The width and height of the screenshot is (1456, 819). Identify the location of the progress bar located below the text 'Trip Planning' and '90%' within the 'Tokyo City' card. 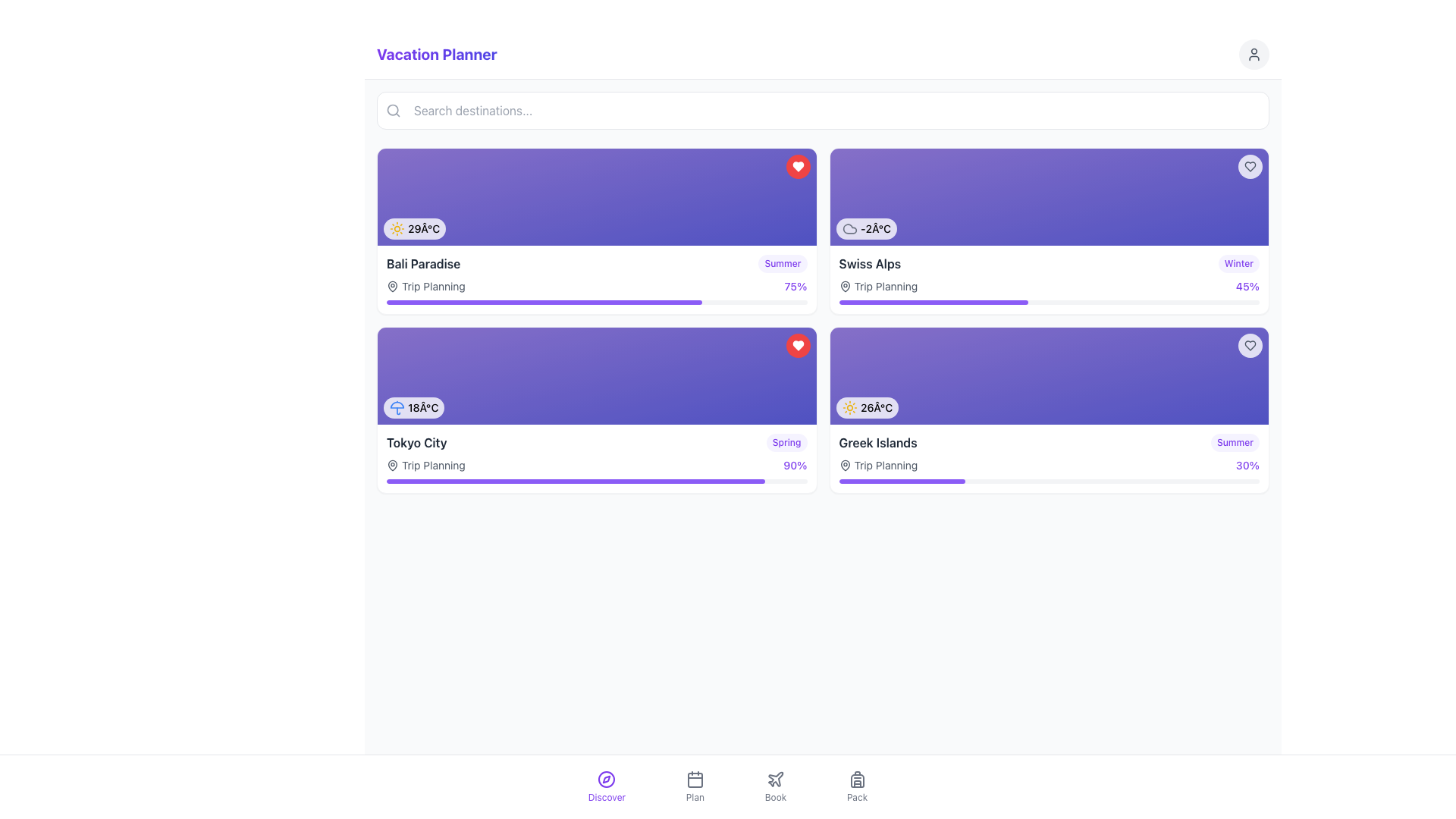
(596, 482).